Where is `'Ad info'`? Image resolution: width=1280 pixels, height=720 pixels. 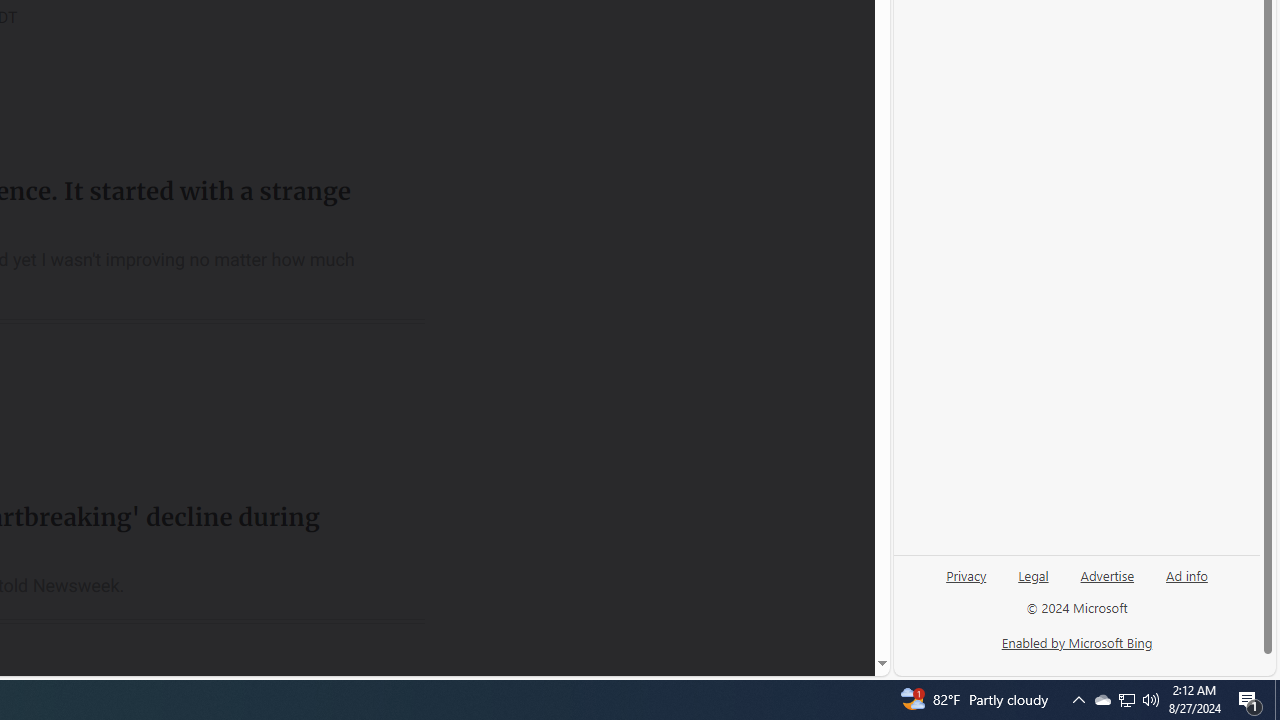
'Ad info' is located at coordinates (1187, 574).